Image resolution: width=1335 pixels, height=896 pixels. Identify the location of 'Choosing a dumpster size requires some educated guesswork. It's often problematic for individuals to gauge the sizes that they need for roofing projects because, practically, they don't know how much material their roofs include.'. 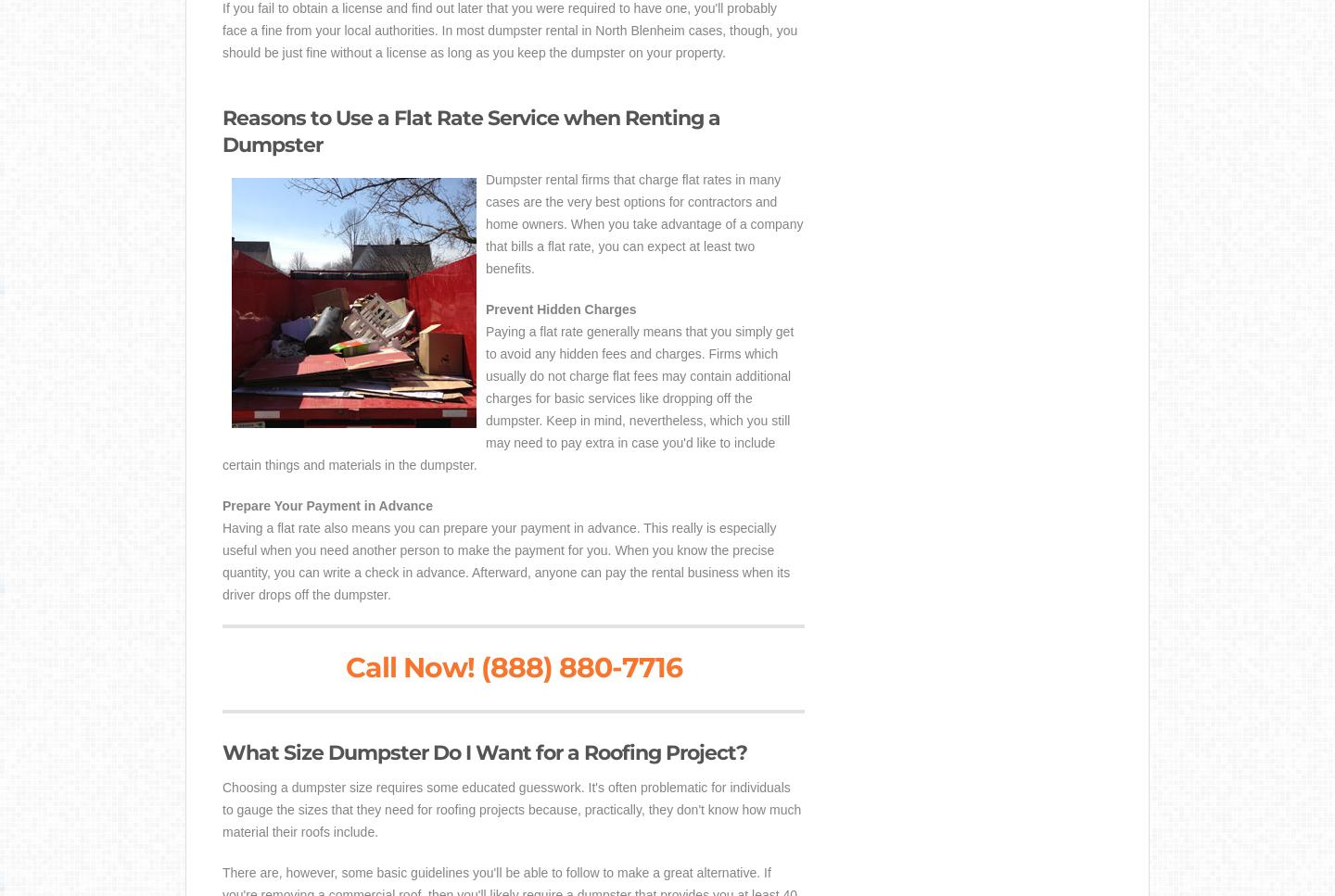
(222, 808).